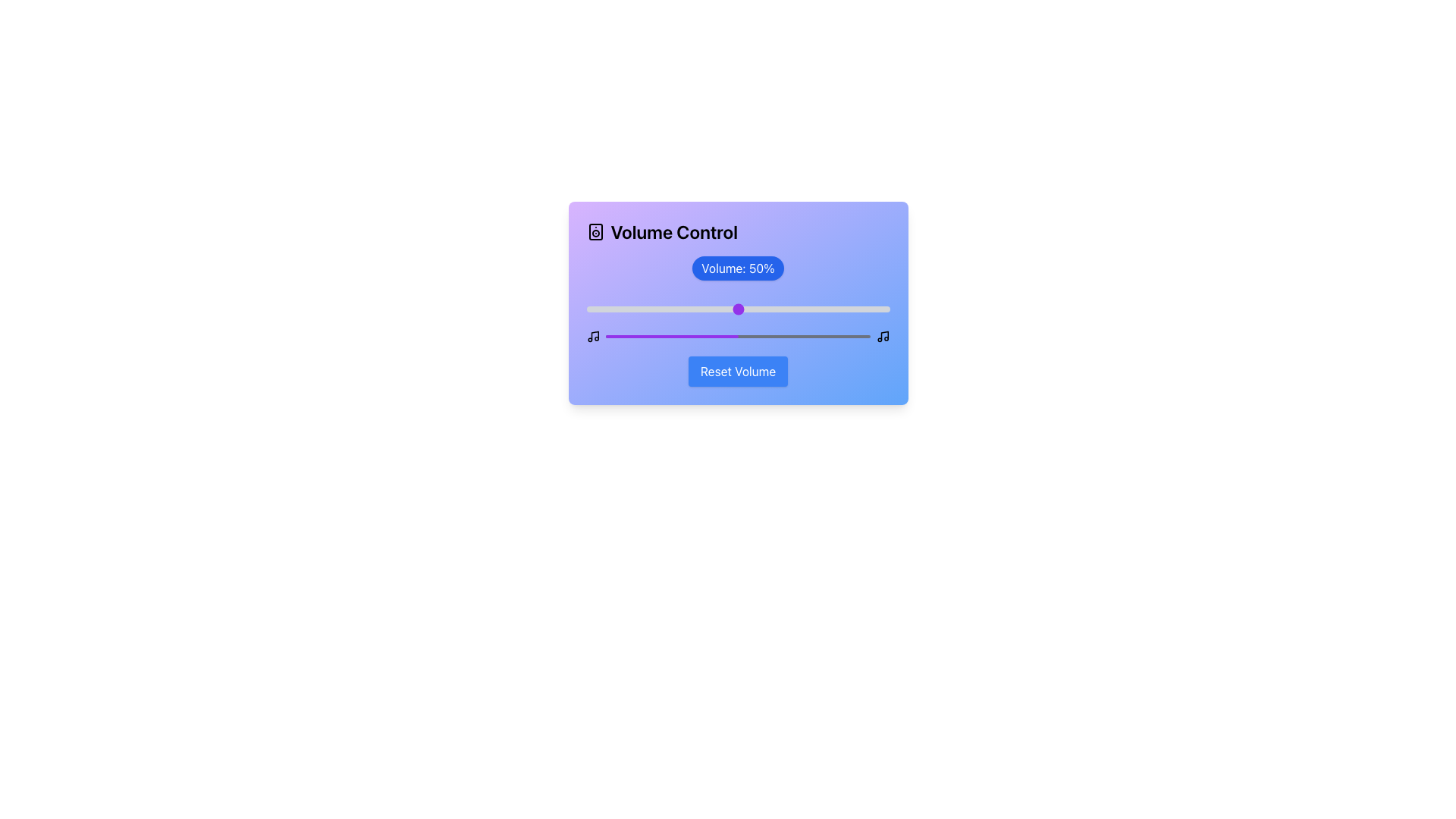 This screenshot has width=1456, height=819. I want to click on the progress indicator of the volume control, which visually represents the current setting level within the horizontal slider bar below the 'Volume: 50%' label, so click(671, 335).